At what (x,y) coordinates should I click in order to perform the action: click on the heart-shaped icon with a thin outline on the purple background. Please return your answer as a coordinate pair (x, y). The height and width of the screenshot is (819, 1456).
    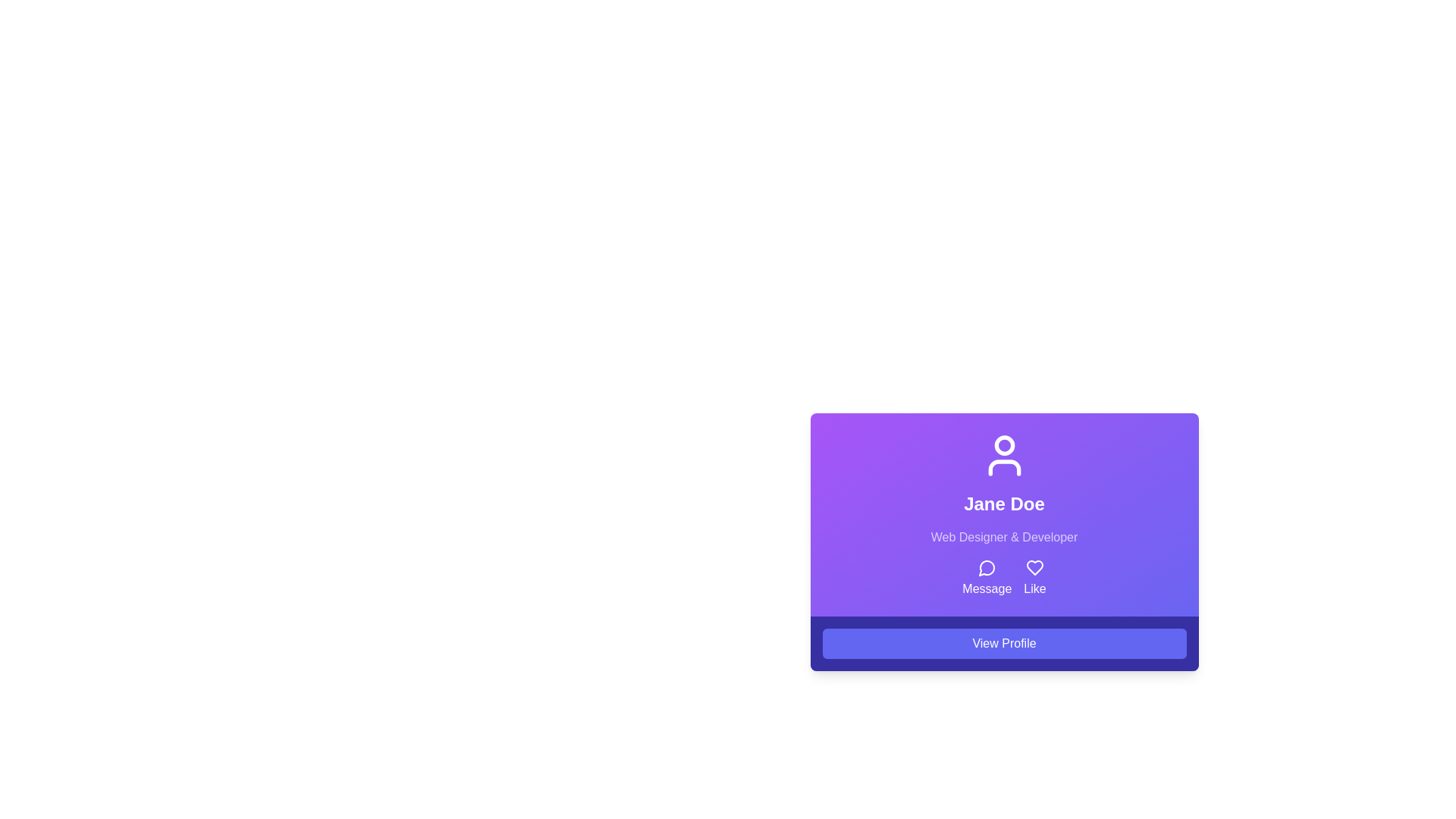
    Looking at the image, I should click on (1034, 567).